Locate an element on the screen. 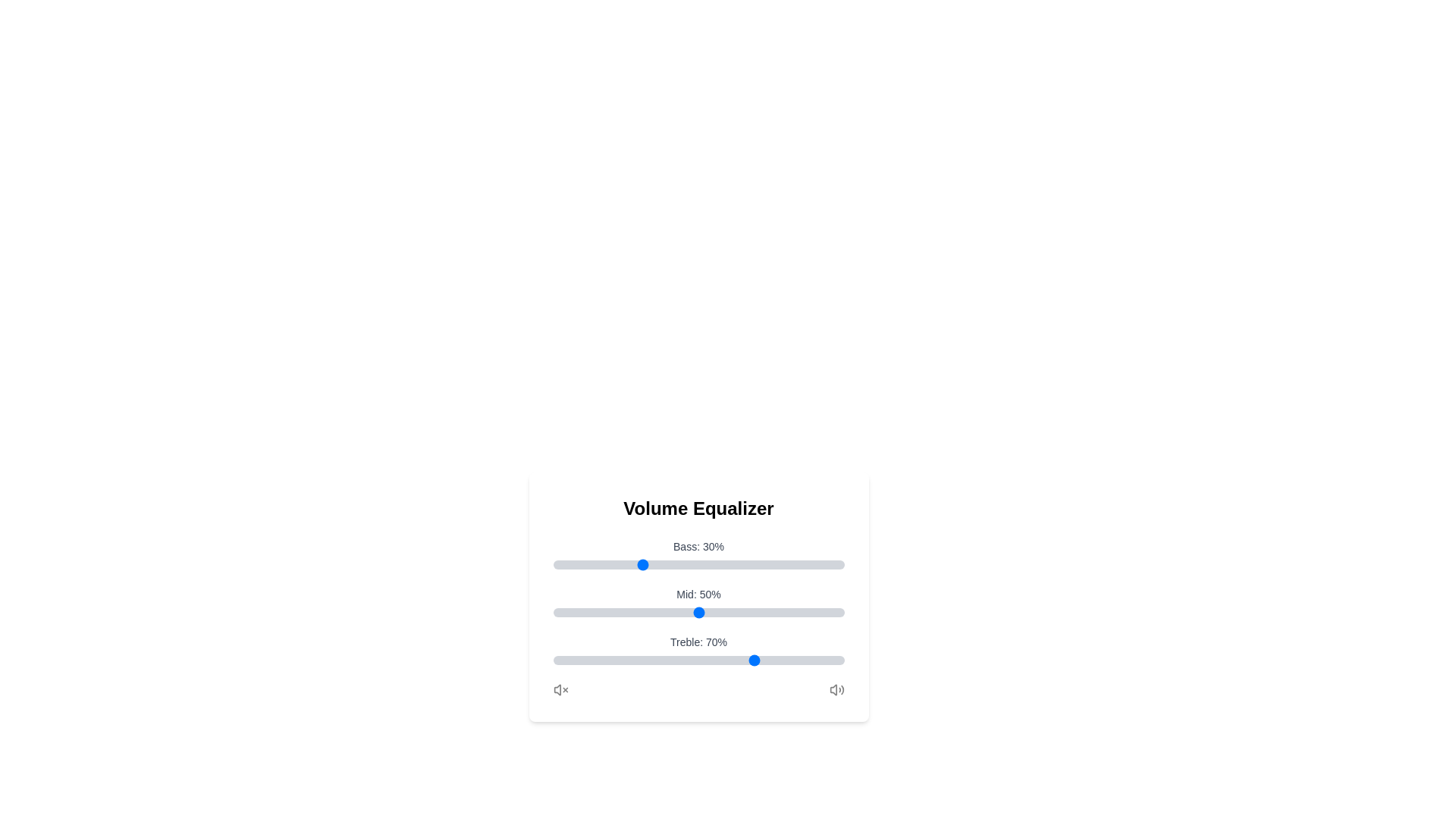  the volume icon to interact with it visually is located at coordinates (836, 690).